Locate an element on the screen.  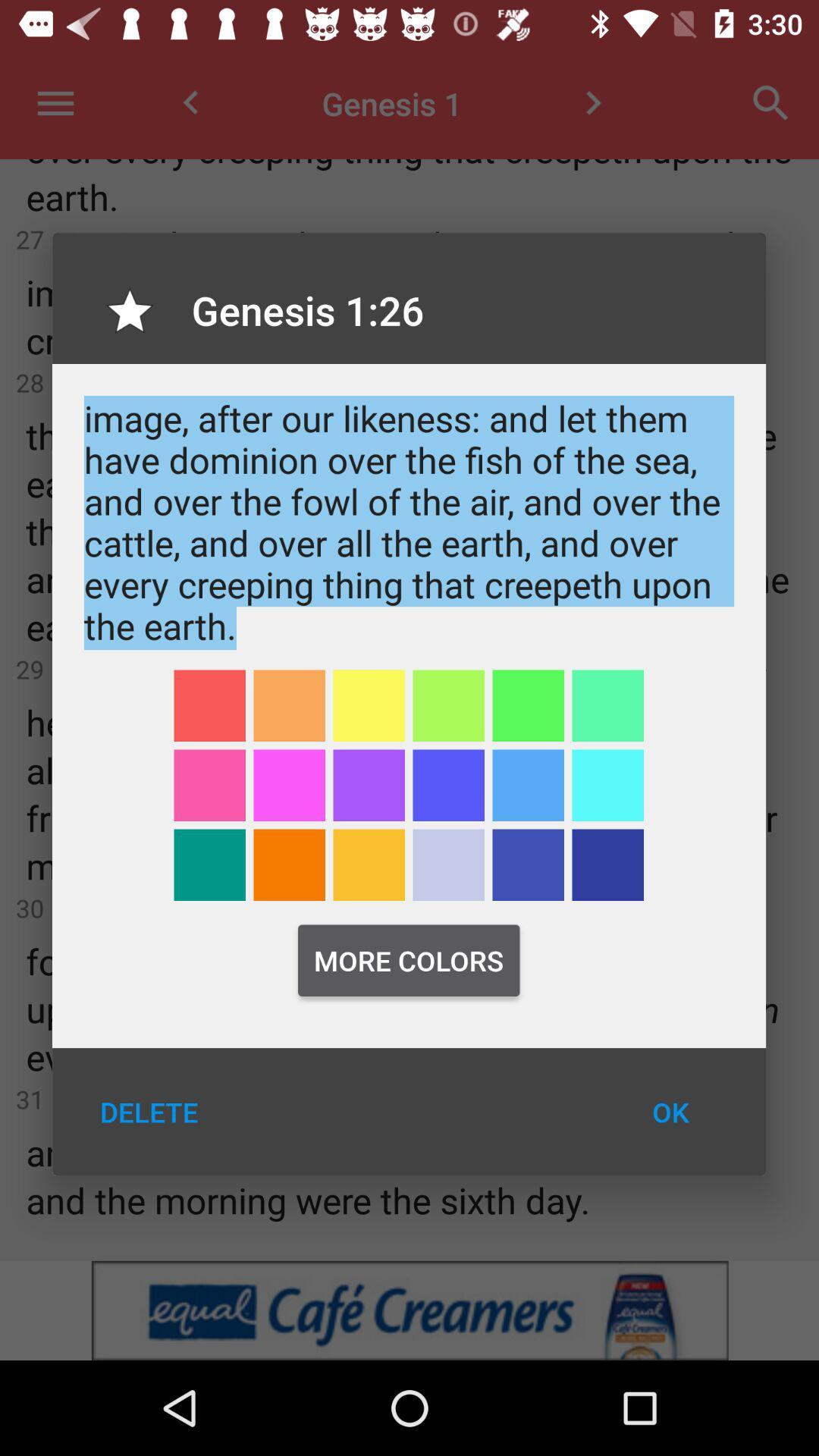
the icon below and god said is located at coordinates (289, 704).